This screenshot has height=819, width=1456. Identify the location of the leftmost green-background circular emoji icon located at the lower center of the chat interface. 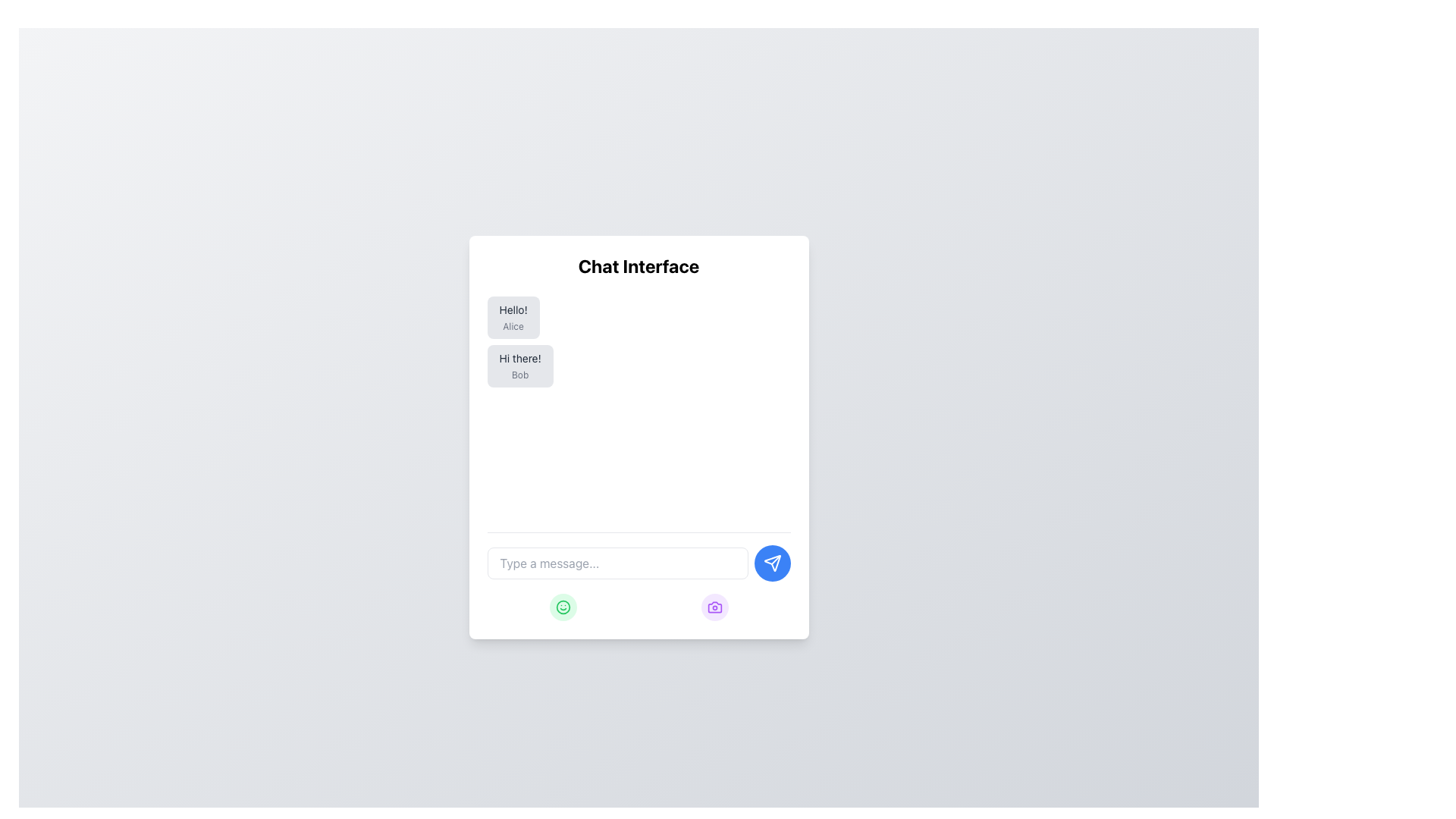
(562, 607).